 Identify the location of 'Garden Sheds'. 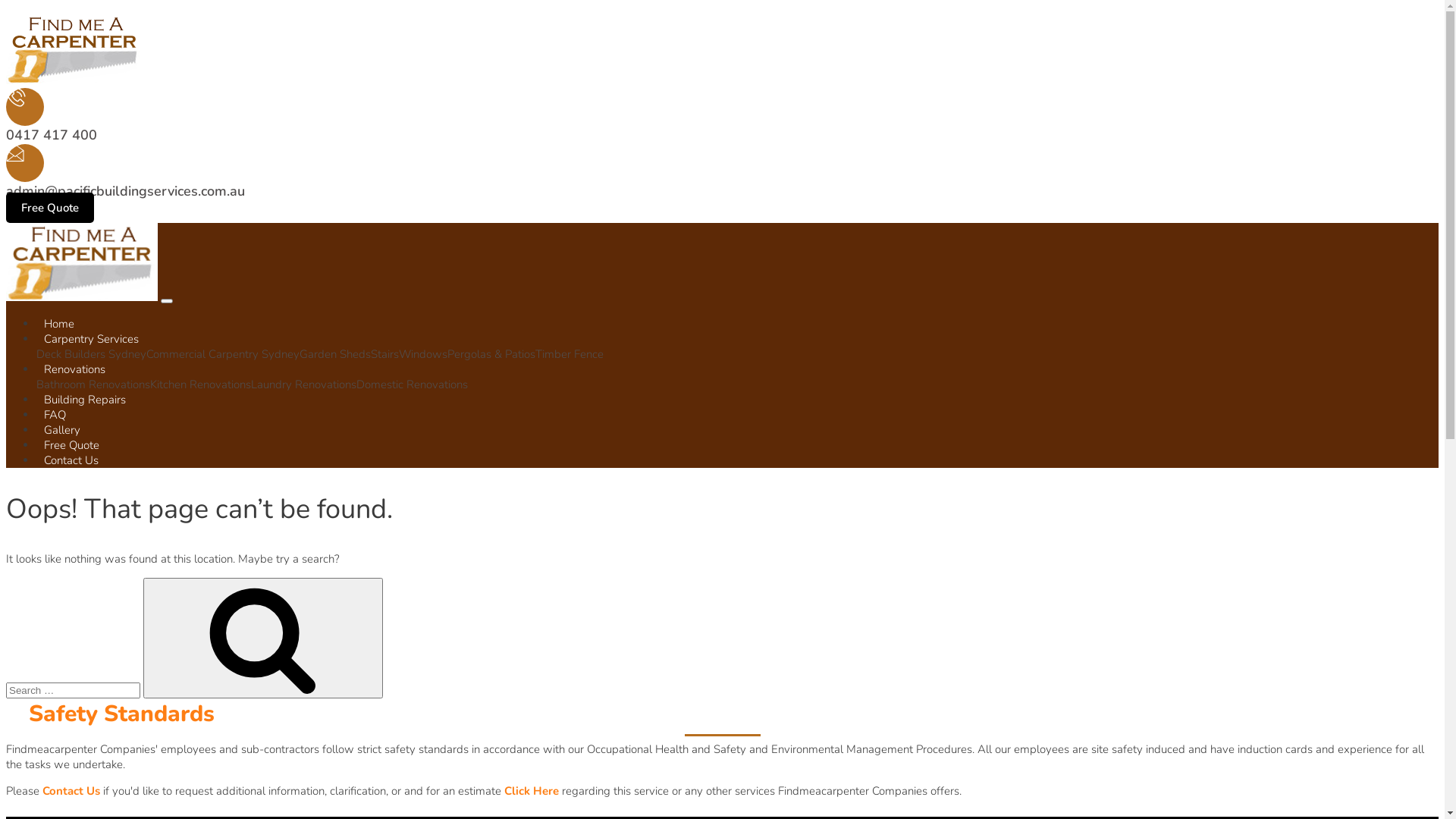
(299, 353).